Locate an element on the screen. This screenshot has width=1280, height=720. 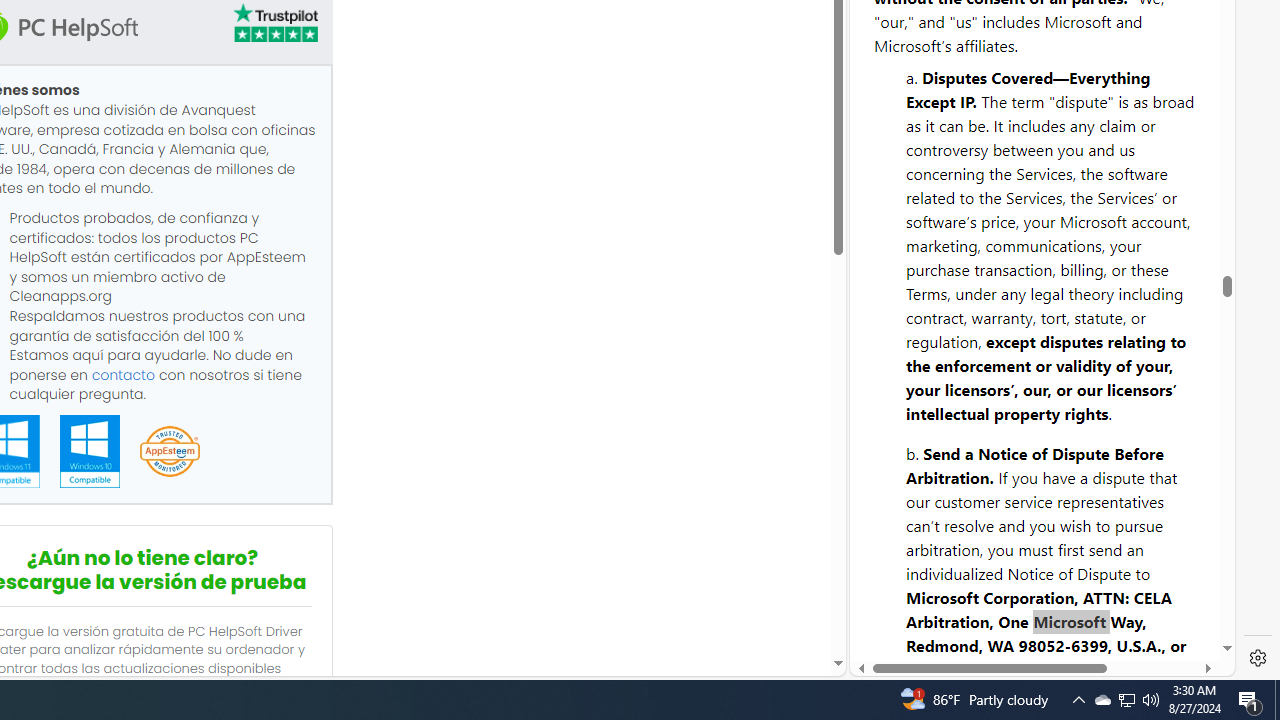
'Windows 10 Compatible' is located at coordinates (88, 451).